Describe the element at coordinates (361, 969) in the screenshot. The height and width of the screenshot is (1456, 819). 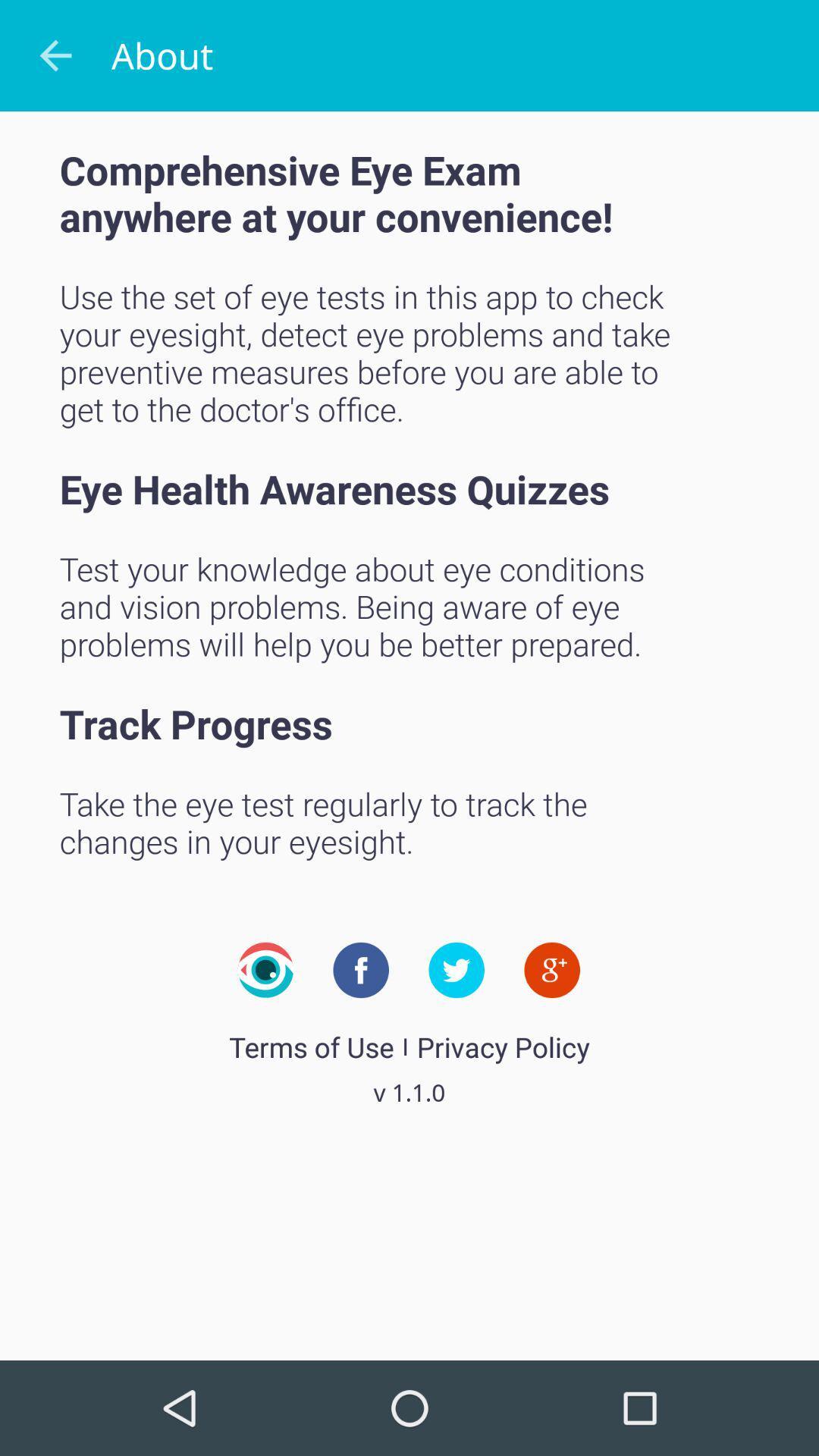
I see `facebook link` at that location.